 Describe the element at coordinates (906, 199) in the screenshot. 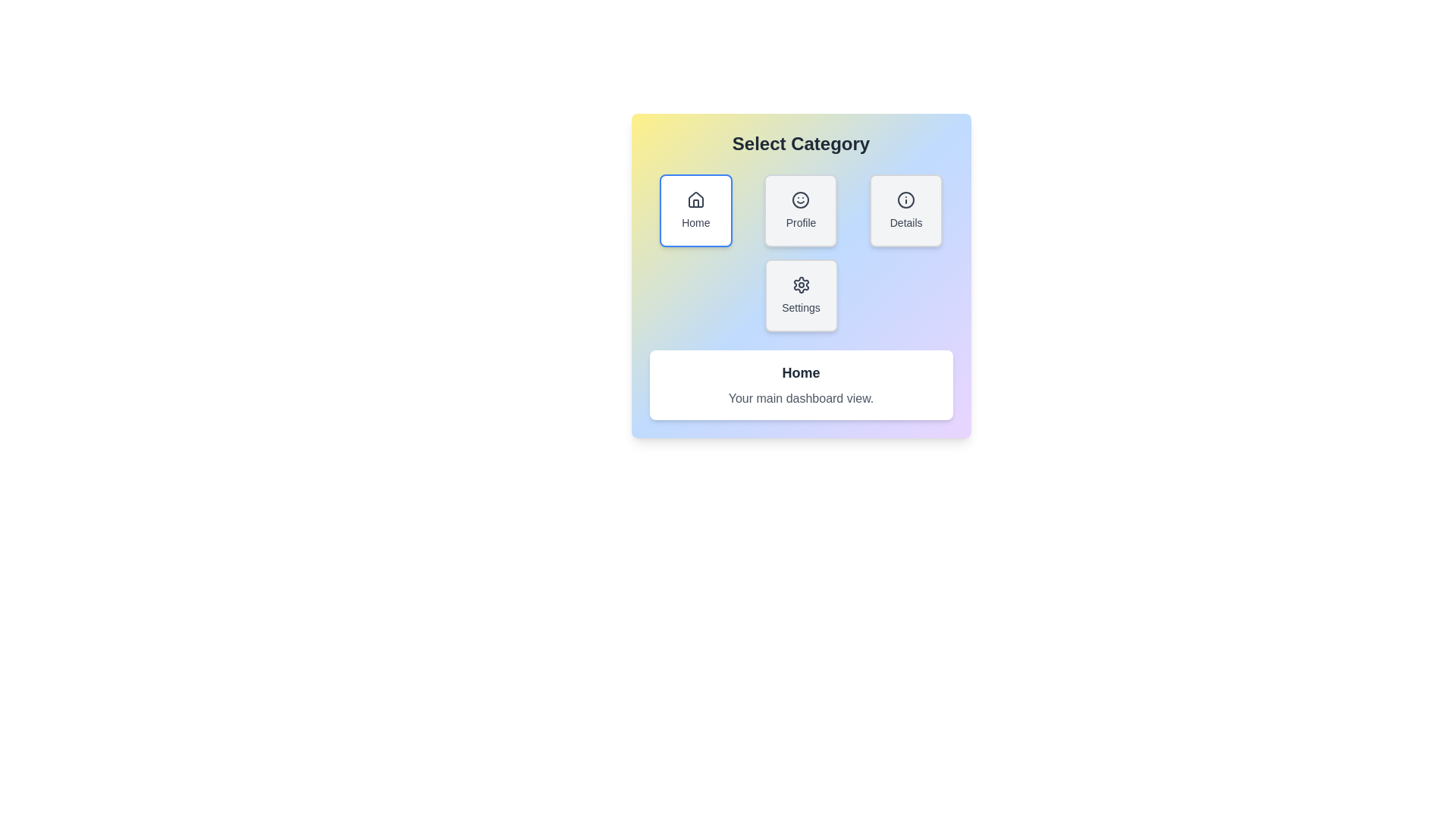

I see `the 'Details' button which contains the information icon resembling a circle outline with a vertical line and a dot above it, located in the top-right section of the grid under the 'Select Category' heading` at that location.